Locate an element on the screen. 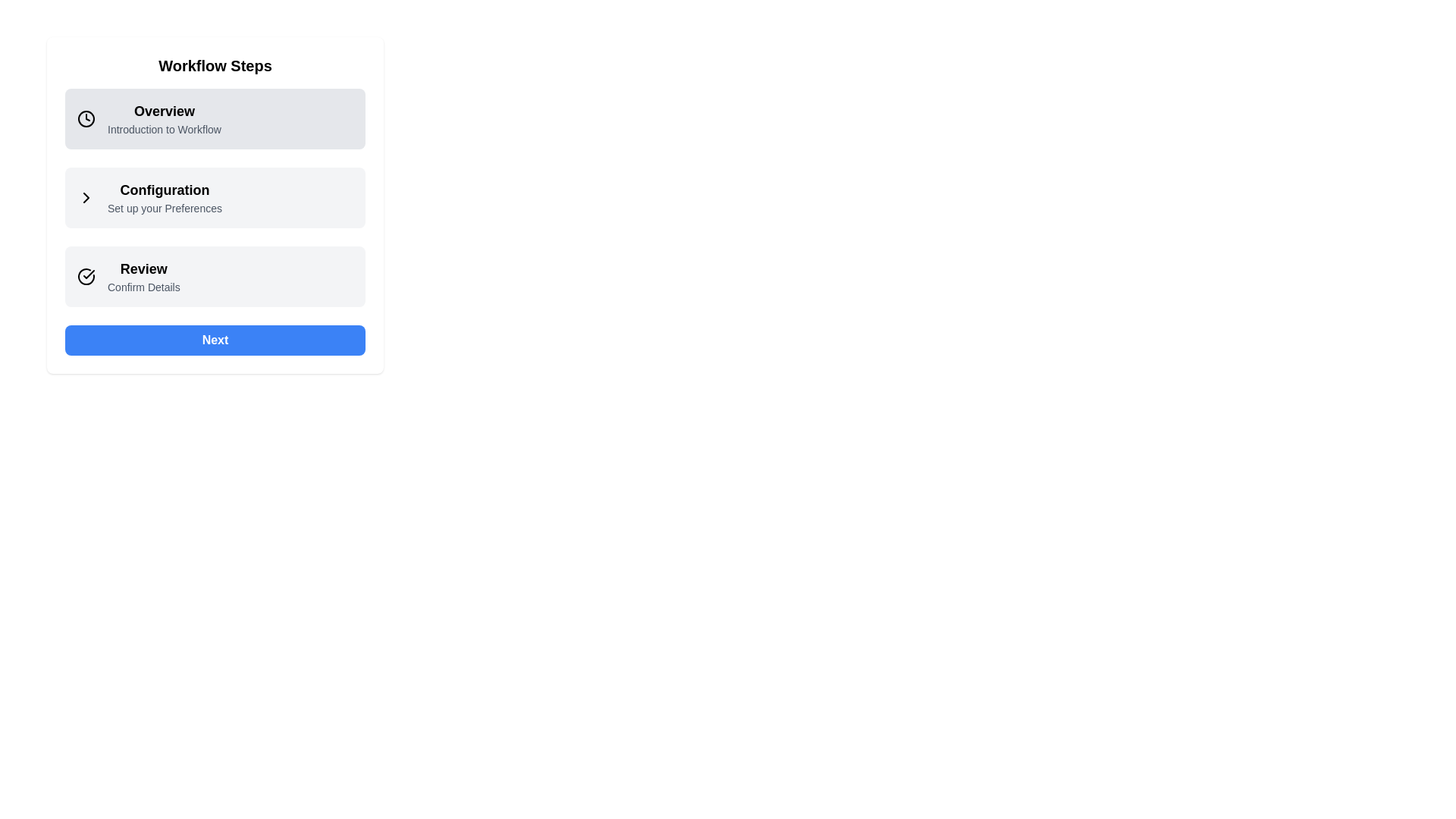  the clock icon representing the 'Overview' step in the workflow process, located at the top-left corner of the 'Overview' list item is located at coordinates (86, 118).